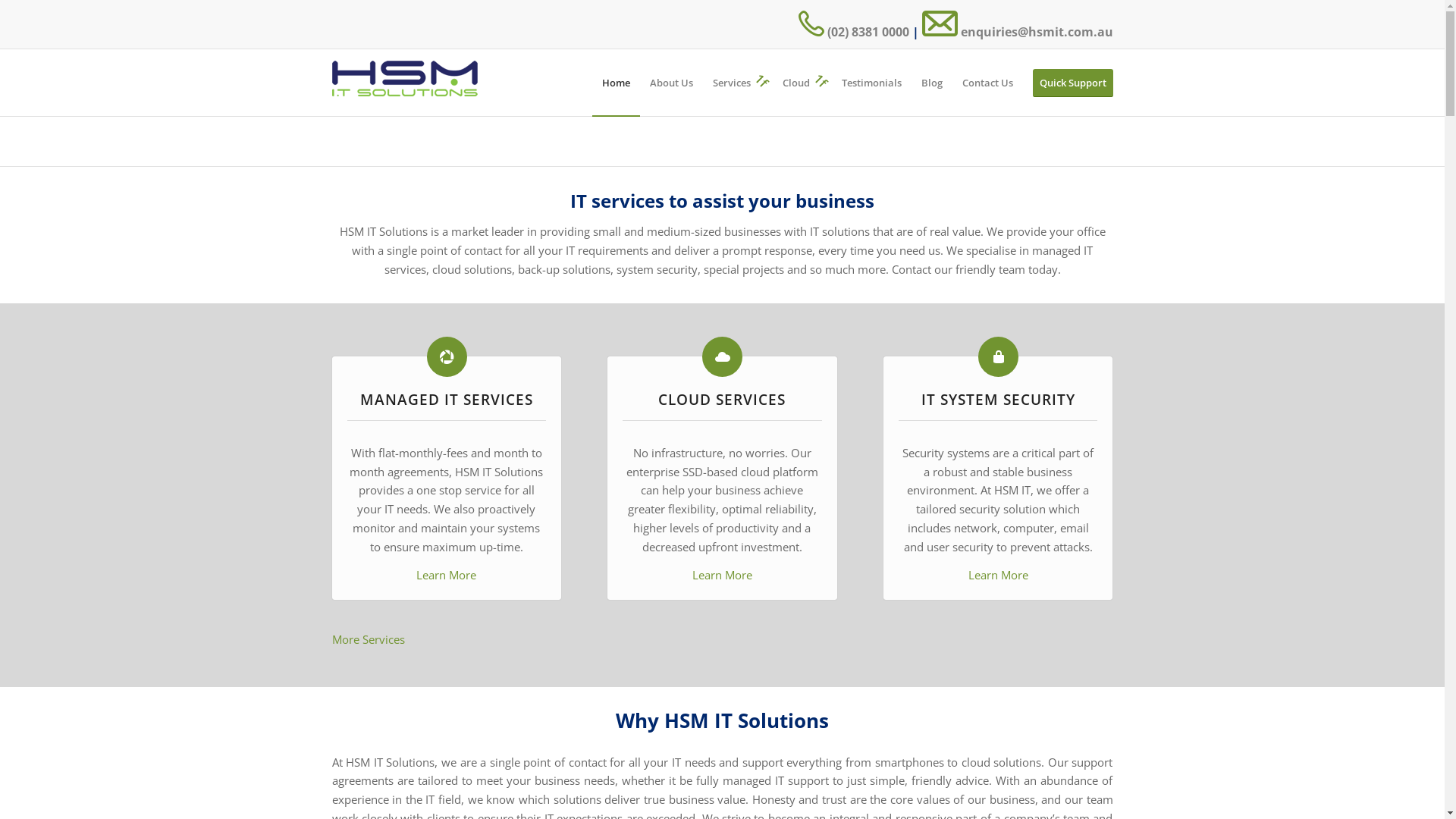  I want to click on 'Blog', so click(930, 82).